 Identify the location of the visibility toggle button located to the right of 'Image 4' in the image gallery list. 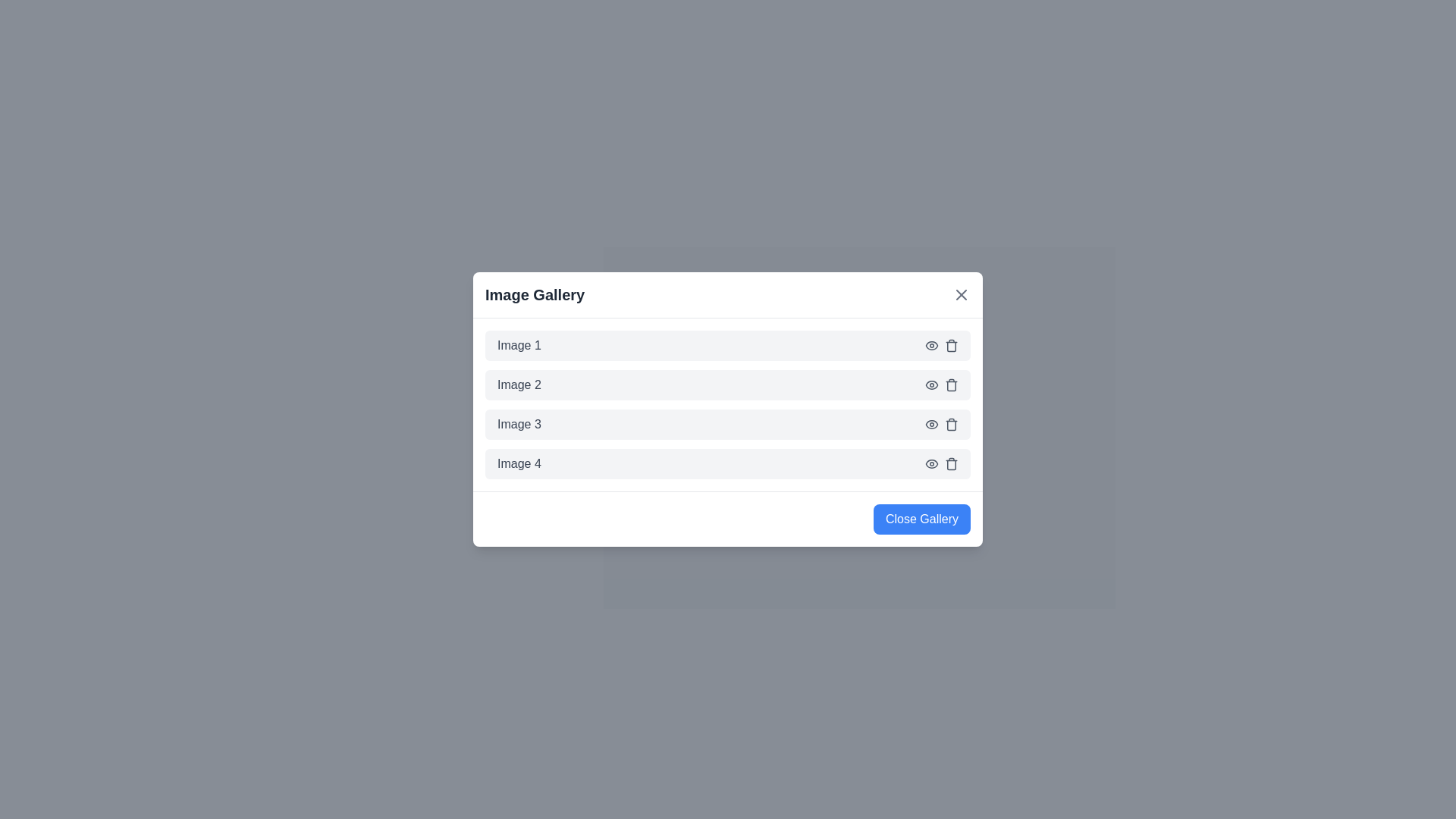
(930, 463).